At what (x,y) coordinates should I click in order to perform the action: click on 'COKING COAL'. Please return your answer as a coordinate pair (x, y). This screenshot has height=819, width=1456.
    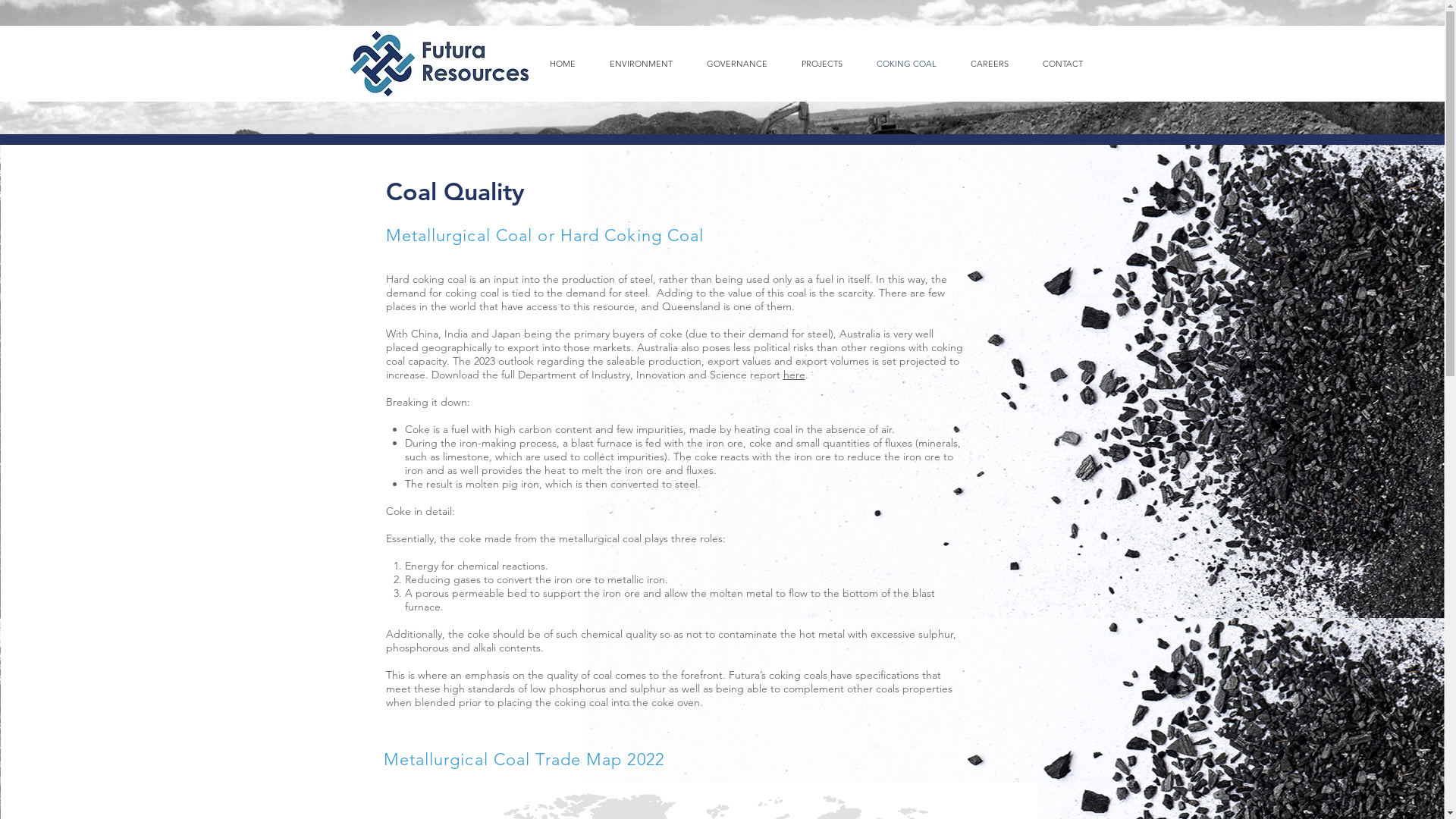
    Looking at the image, I should click on (906, 63).